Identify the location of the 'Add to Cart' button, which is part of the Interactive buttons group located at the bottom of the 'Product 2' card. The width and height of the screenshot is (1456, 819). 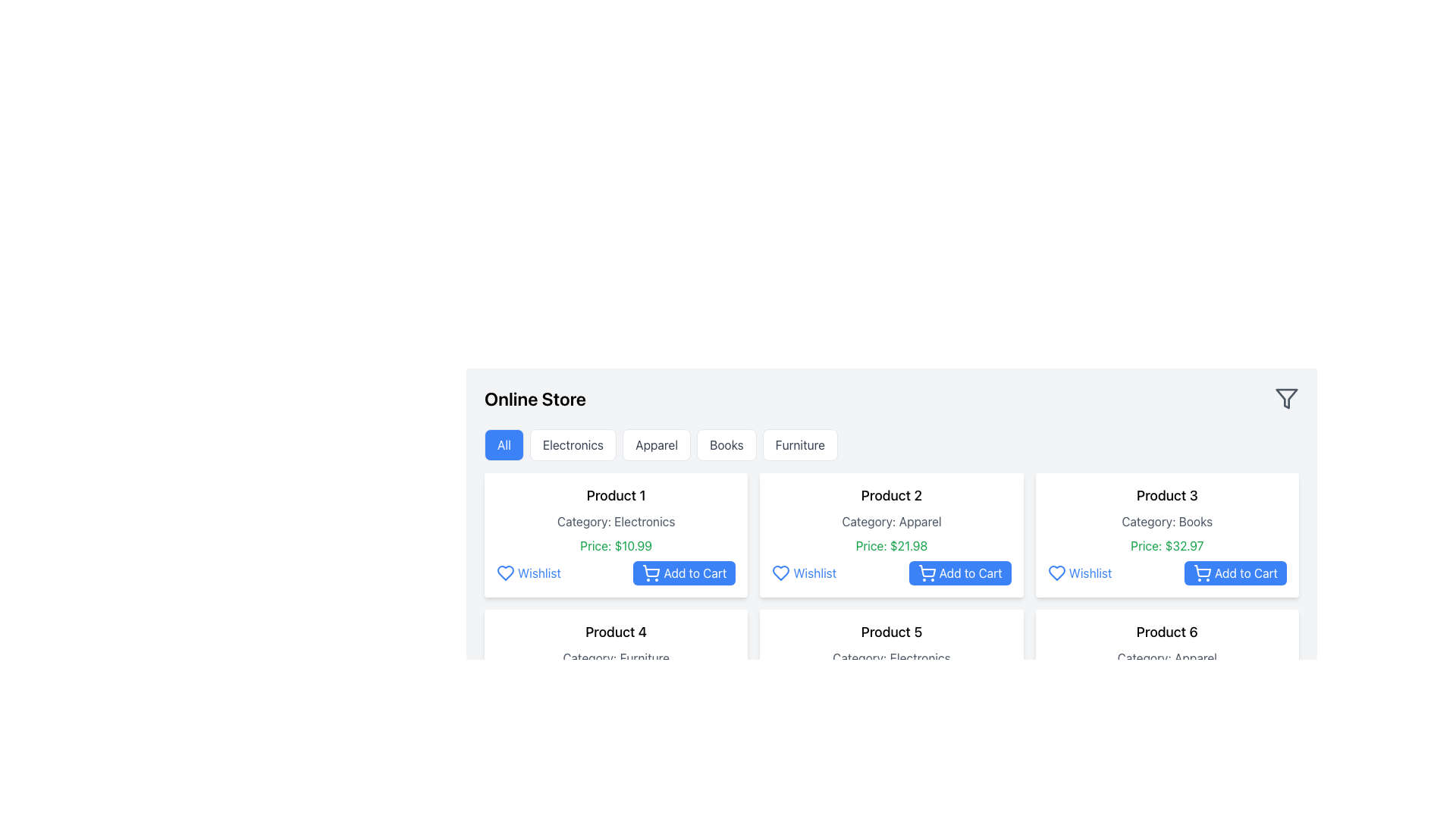
(892, 573).